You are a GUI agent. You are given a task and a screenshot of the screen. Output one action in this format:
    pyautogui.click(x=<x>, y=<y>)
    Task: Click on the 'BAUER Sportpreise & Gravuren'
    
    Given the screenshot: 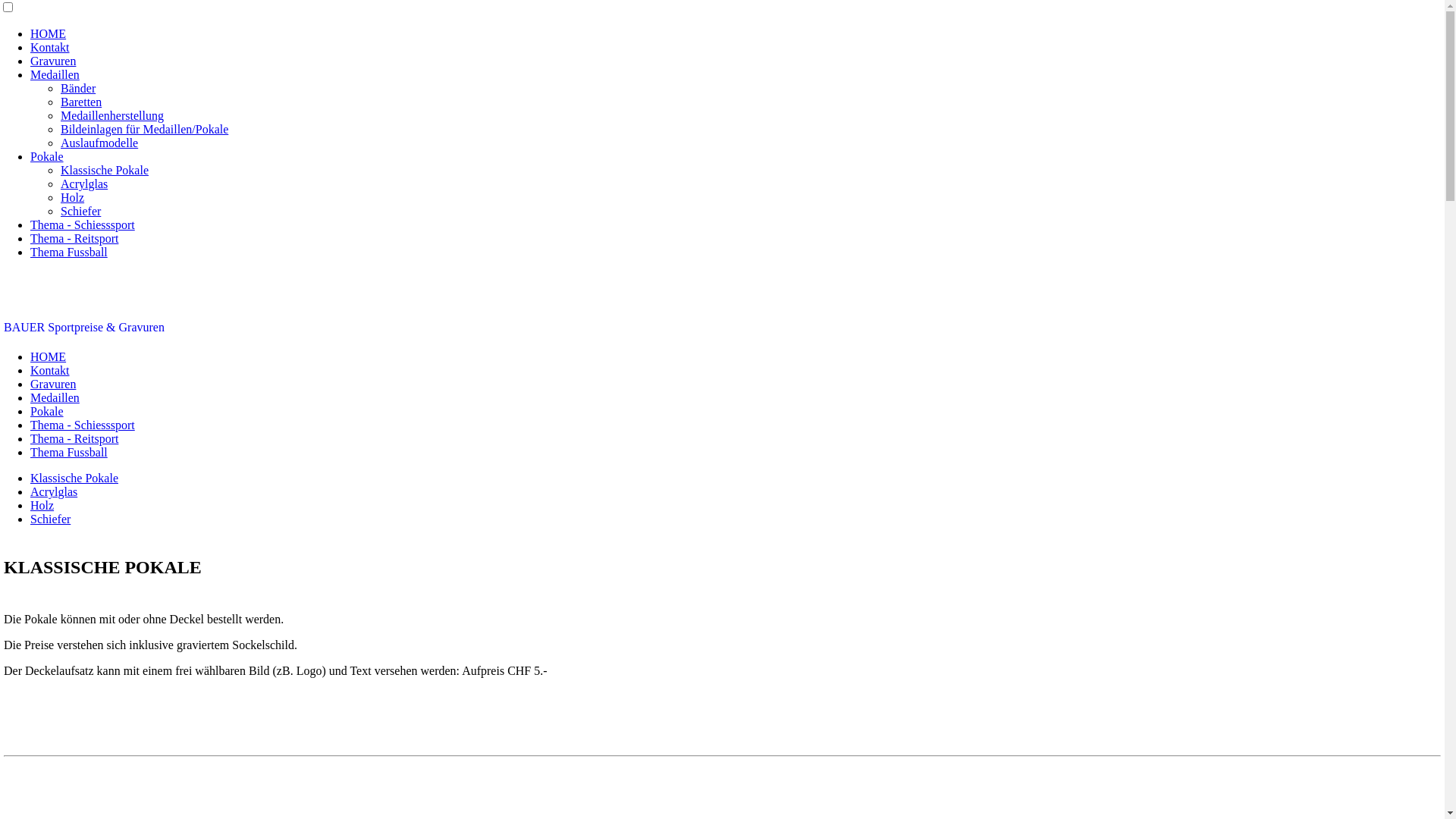 What is the action you would take?
    pyautogui.click(x=83, y=326)
    